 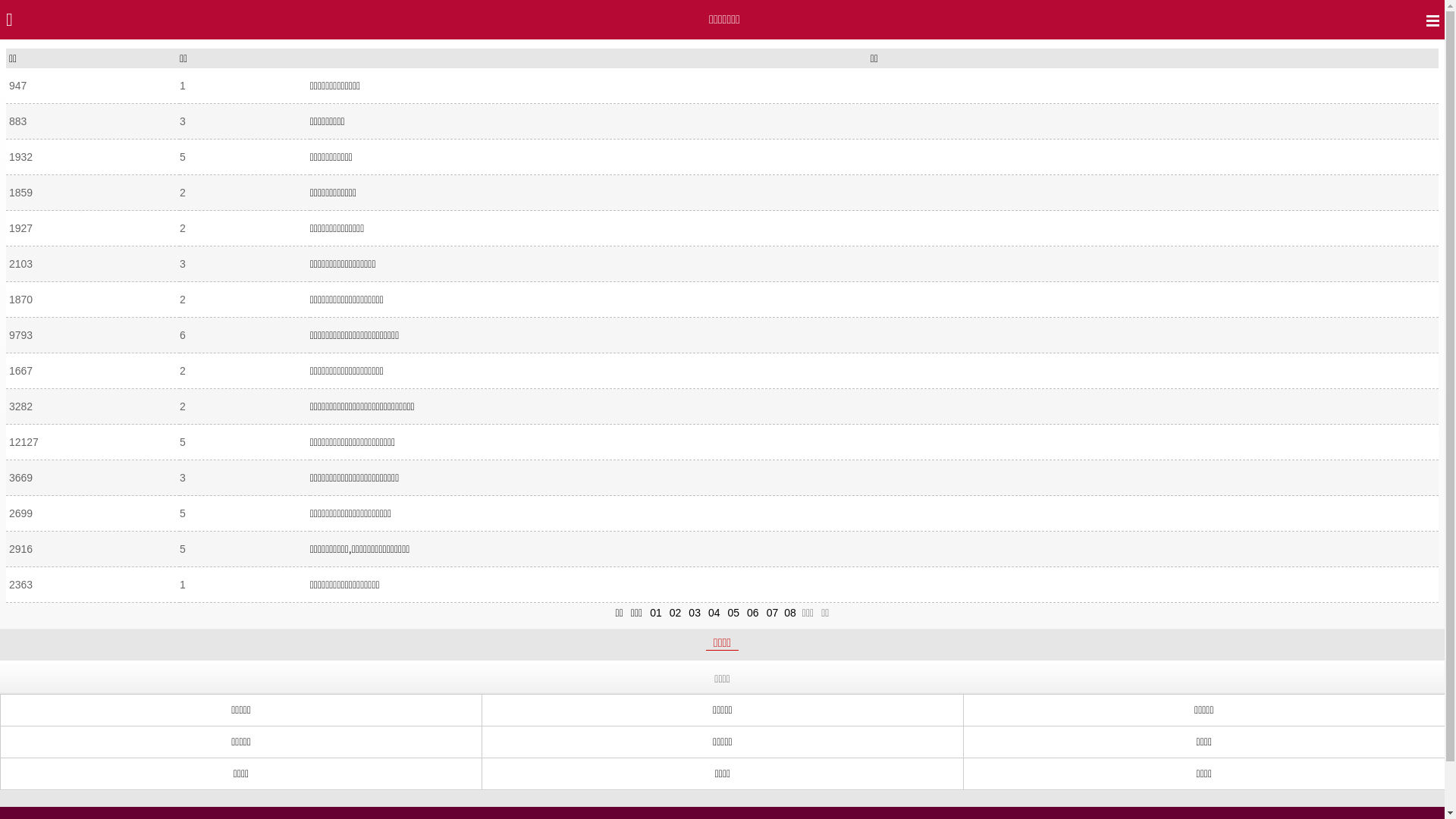 What do you see at coordinates (753, 611) in the screenshot?
I see `'06'` at bounding box center [753, 611].